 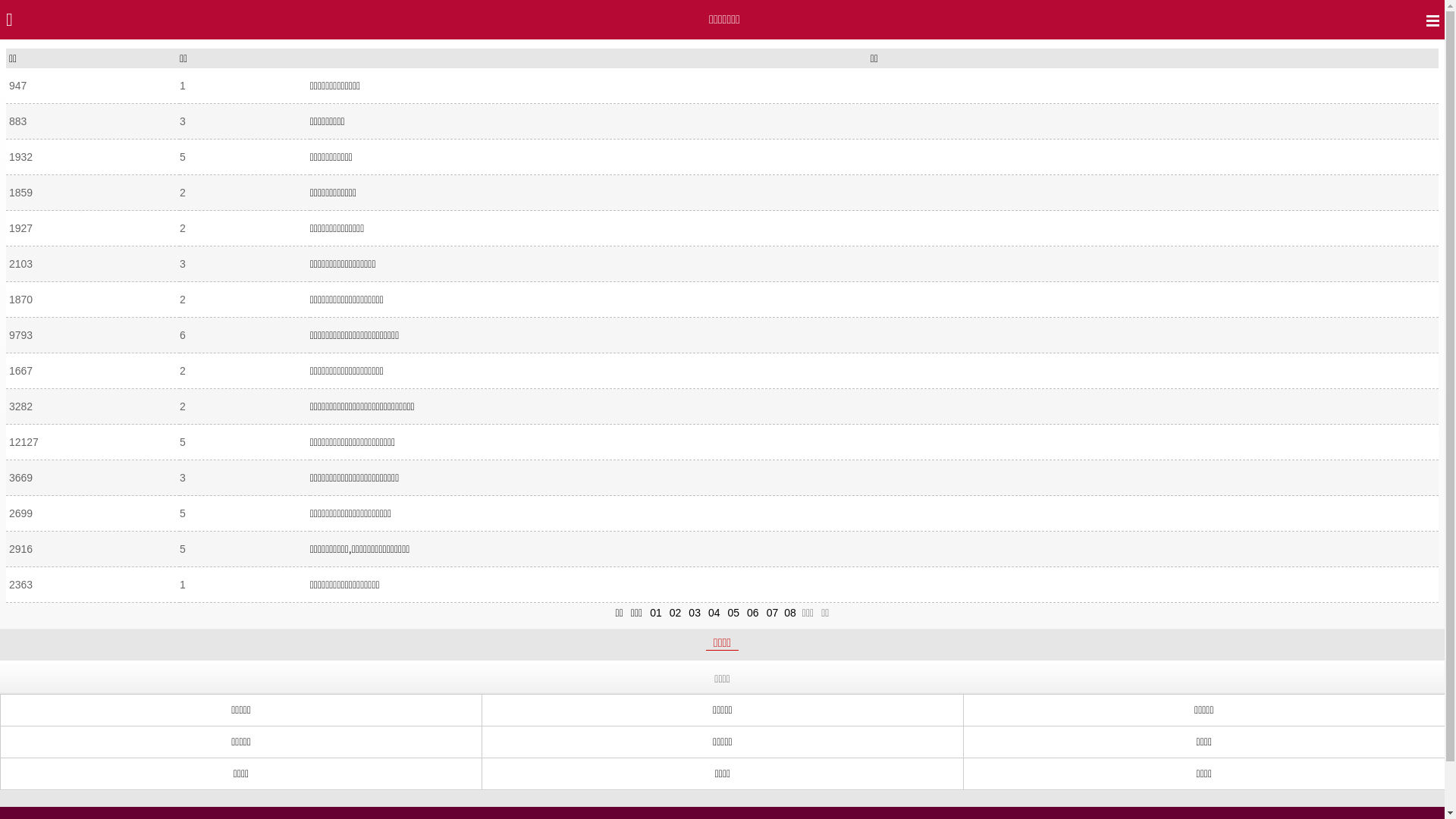 What do you see at coordinates (753, 611) in the screenshot?
I see `'06'` at bounding box center [753, 611].